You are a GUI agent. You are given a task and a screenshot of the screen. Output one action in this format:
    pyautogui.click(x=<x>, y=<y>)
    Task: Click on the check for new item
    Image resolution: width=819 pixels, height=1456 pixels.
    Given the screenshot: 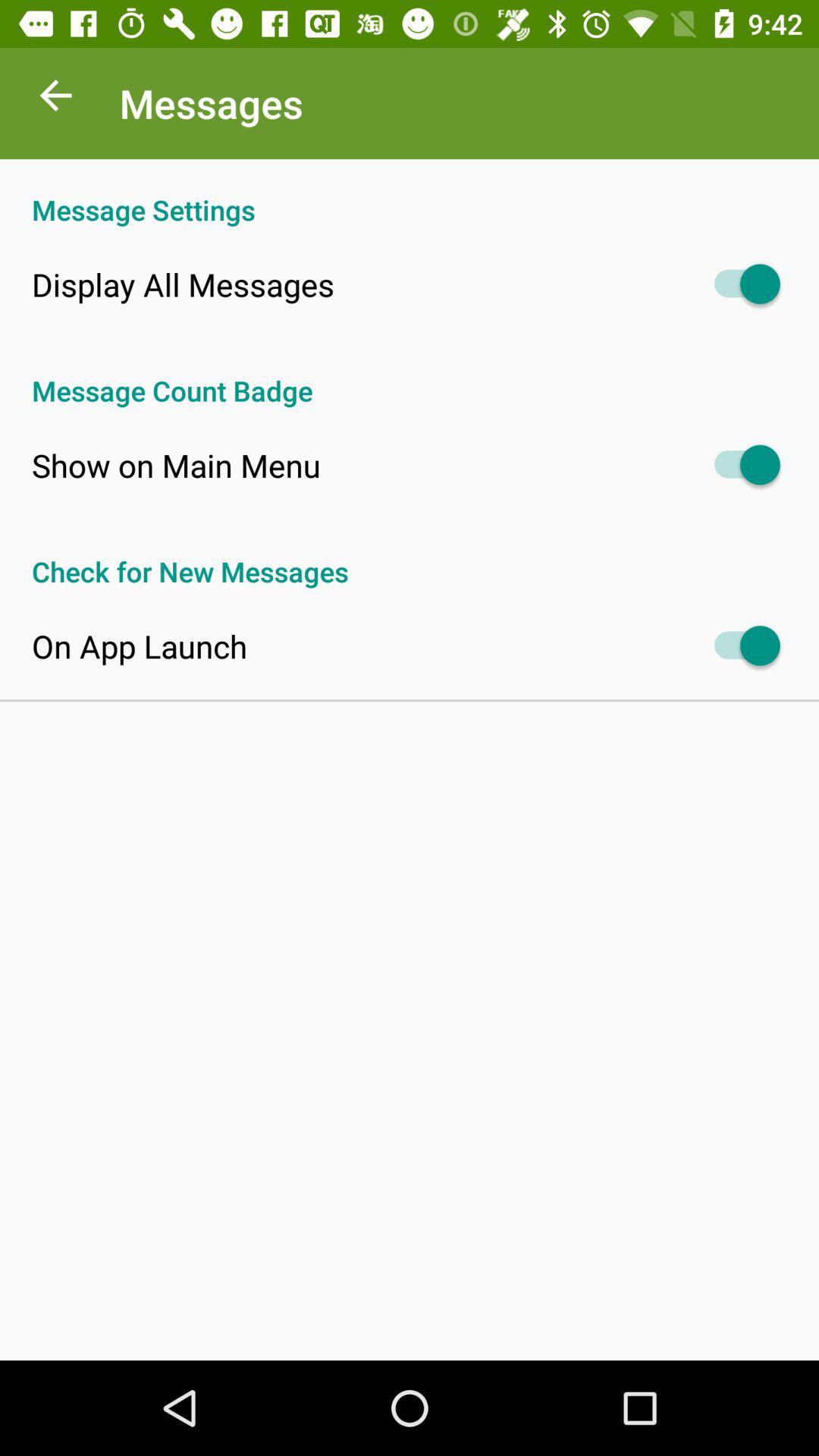 What is the action you would take?
    pyautogui.click(x=409, y=554)
    